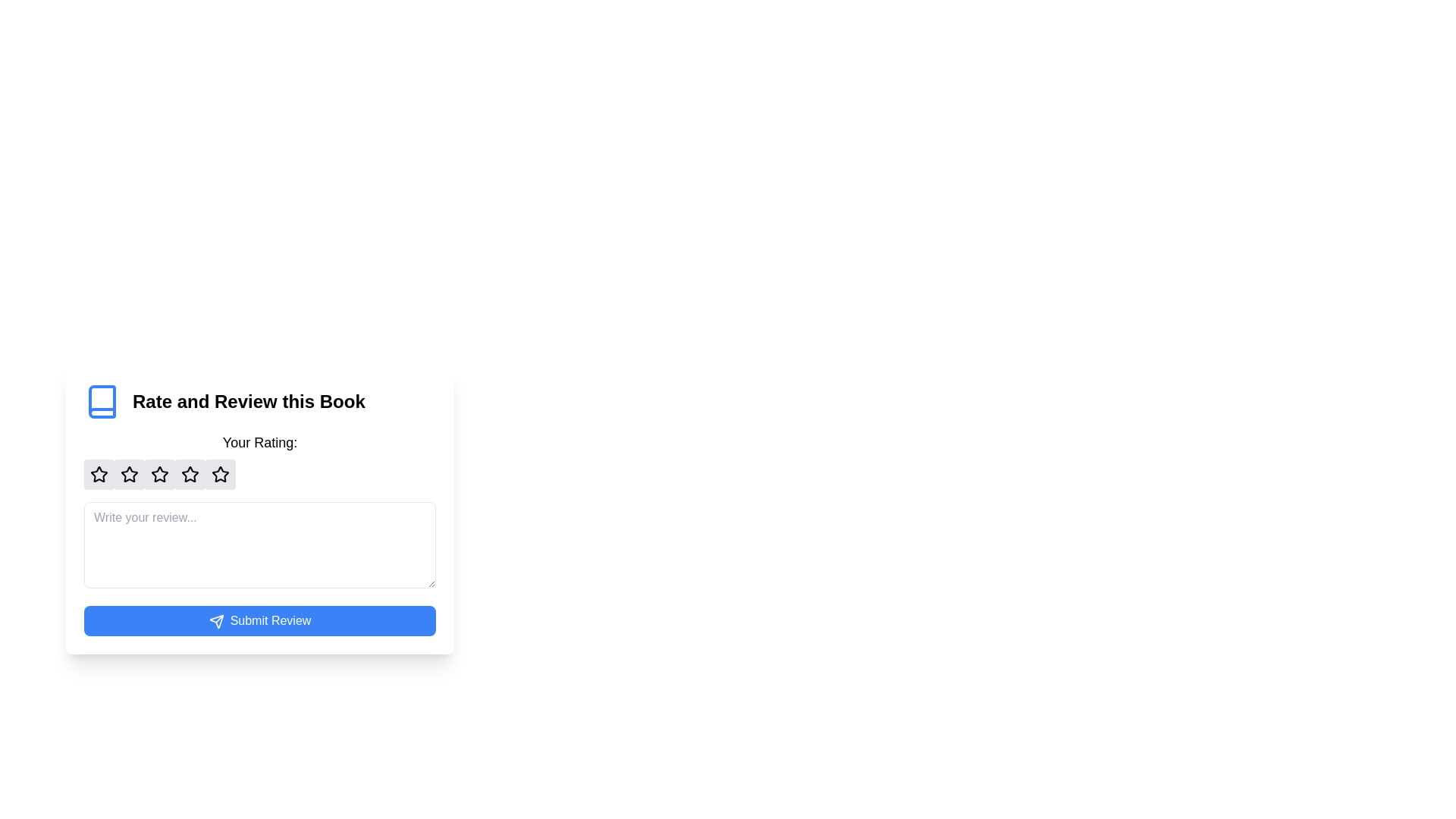 This screenshot has height=819, width=1456. Describe the element at coordinates (259, 548) in the screenshot. I see `to select text in the multi-line text area for inputting a book review located above the 'Submit Review' button` at that location.